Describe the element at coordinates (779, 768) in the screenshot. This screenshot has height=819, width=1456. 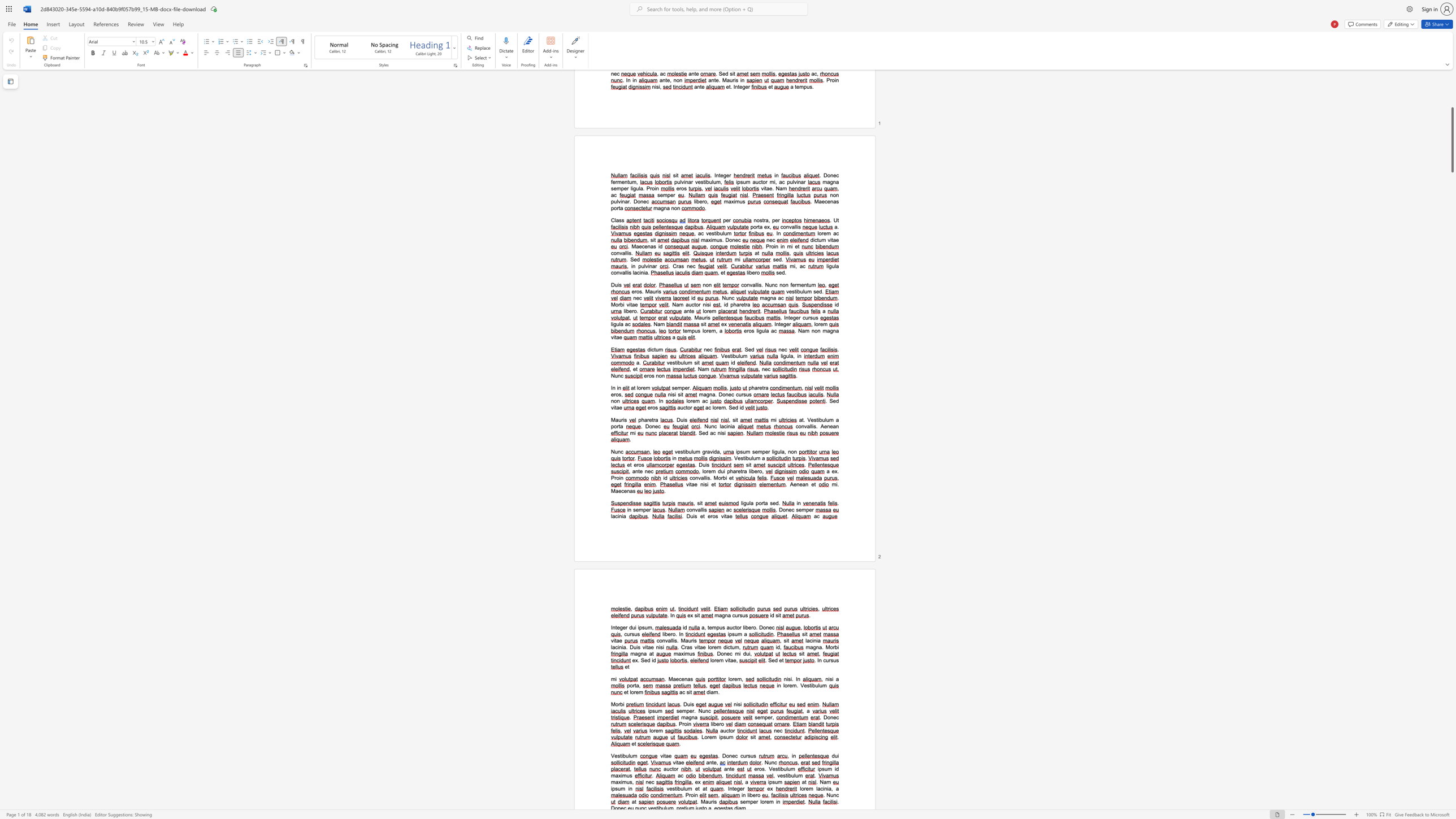
I see `the 1th character "i" in the text` at that location.